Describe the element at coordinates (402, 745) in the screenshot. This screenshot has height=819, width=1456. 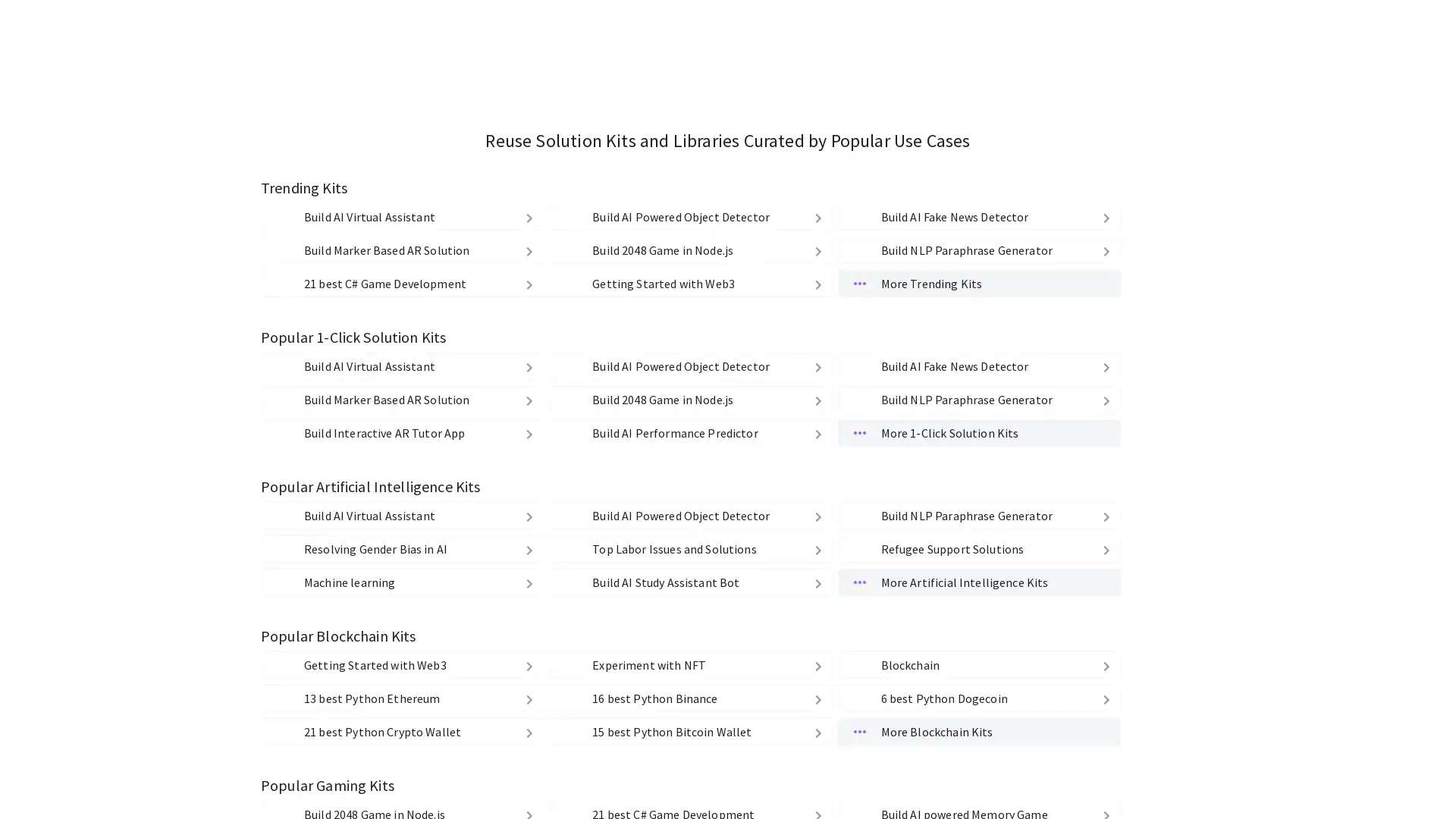
I see `virtual-agent-example-kit Build AI Virtual Assistant` at that location.